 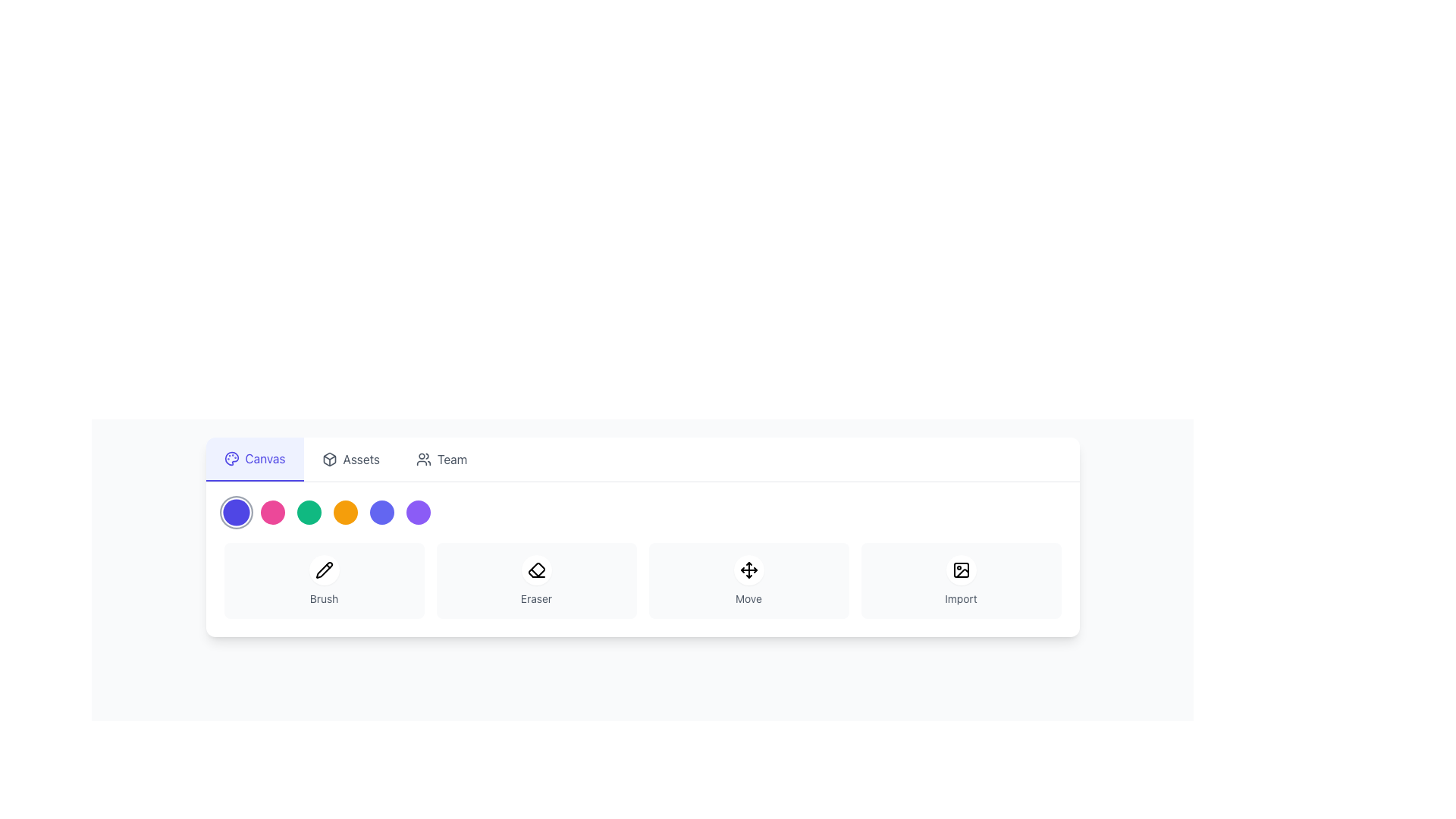 What do you see at coordinates (255, 458) in the screenshot?
I see `the 'Canvas' button with a blue text and palette icon` at bounding box center [255, 458].